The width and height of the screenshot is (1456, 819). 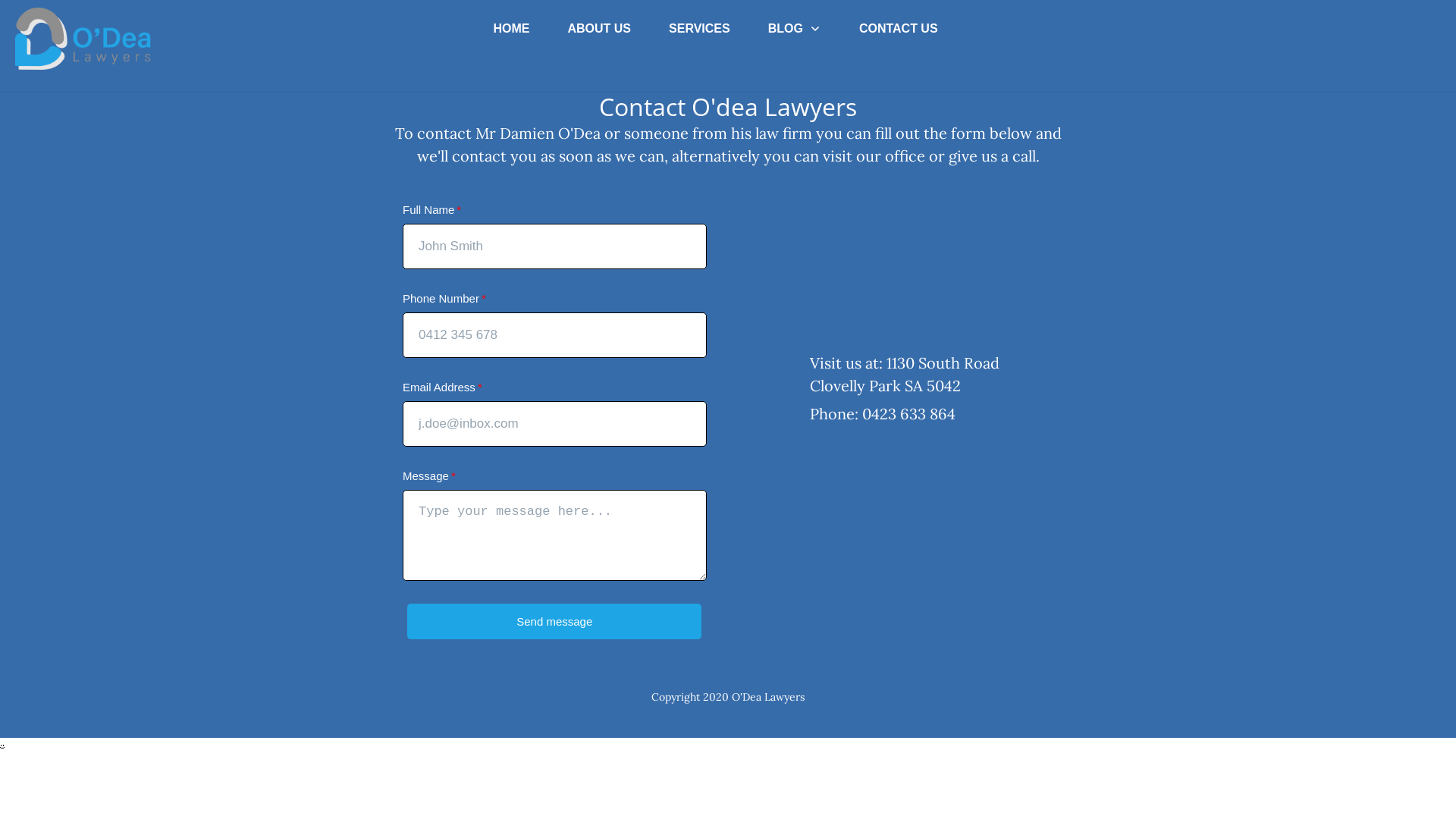 I want to click on '0423 633 864', so click(x=908, y=413).